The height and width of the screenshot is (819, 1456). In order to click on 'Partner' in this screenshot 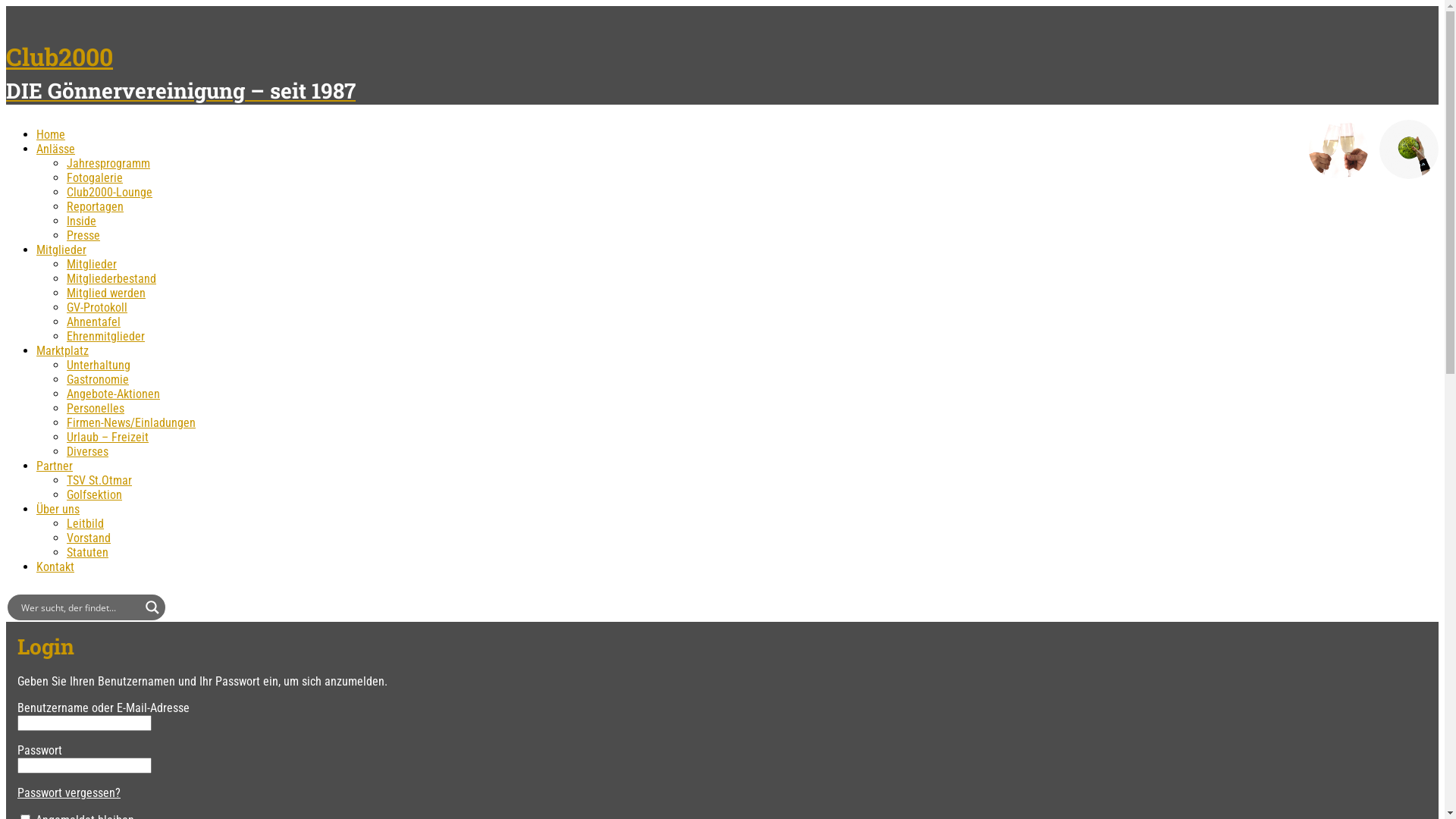, I will do `click(55, 465)`.